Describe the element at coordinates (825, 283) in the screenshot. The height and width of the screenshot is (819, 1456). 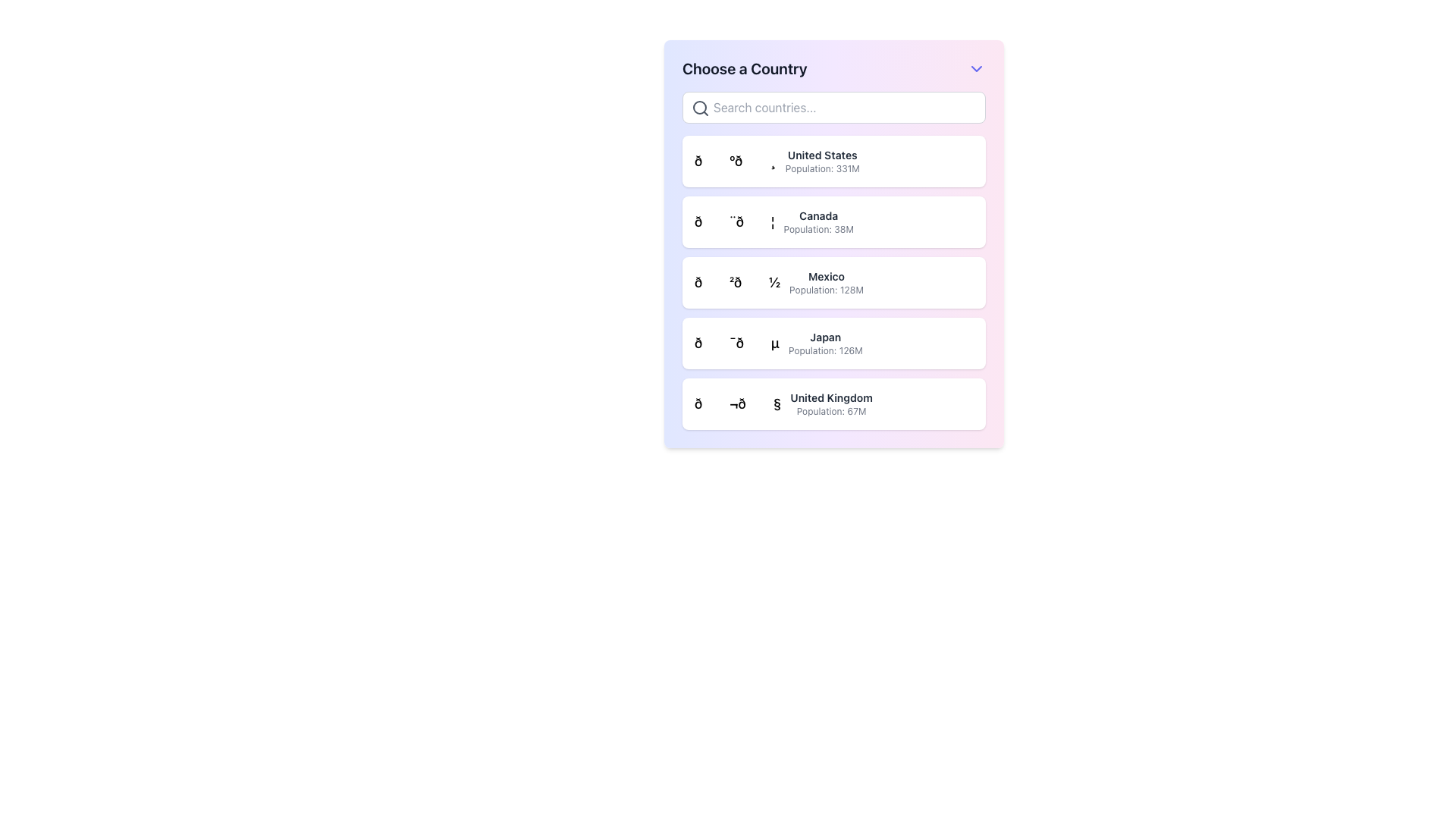
I see `the text element displaying information about Mexico, which is part of a selection list and located adjacent to a flag icon` at that location.